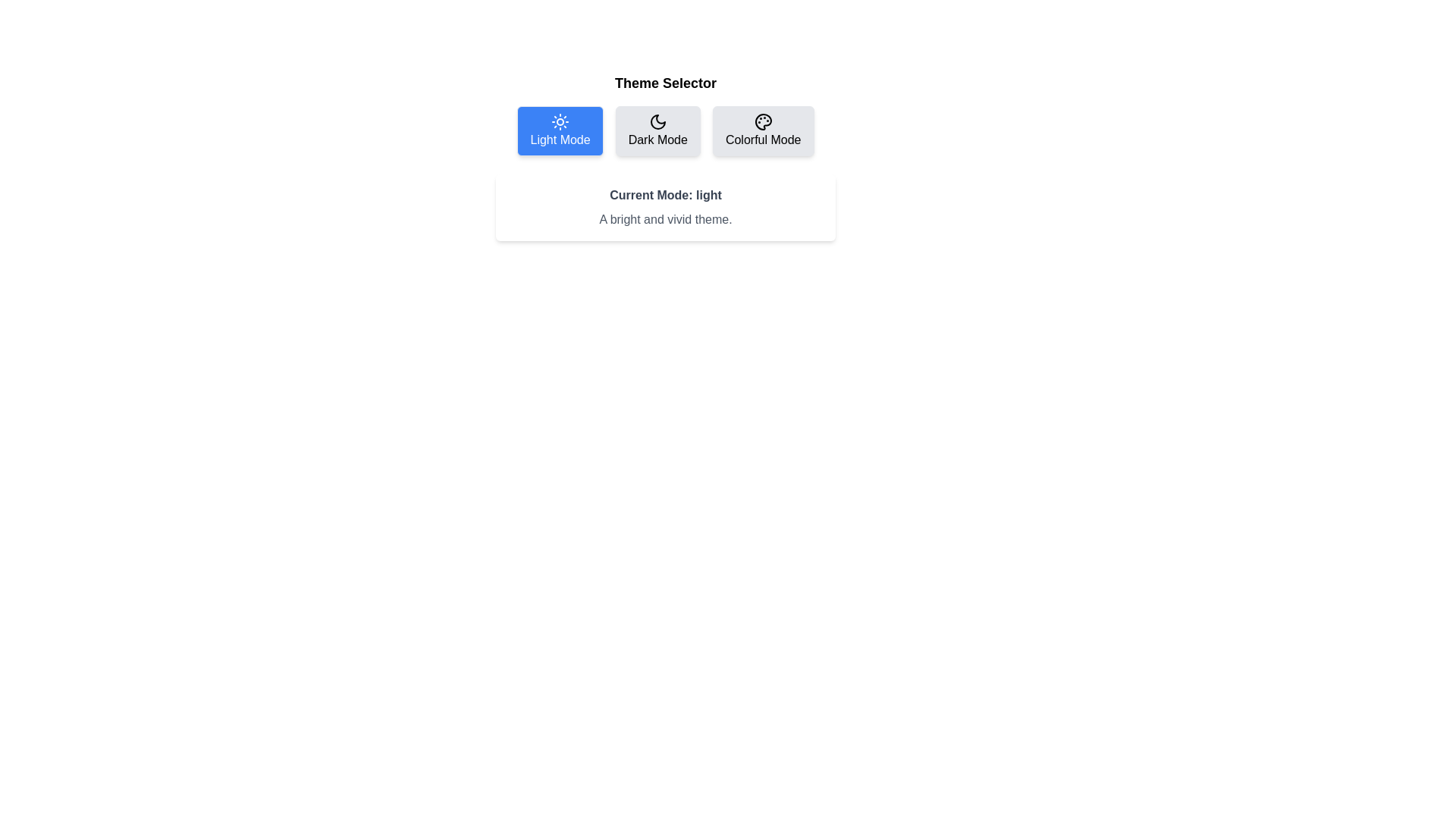 This screenshot has width=1456, height=819. Describe the element at coordinates (666, 219) in the screenshot. I see `the Text Label that provides information about the current theme mode, located below the 'Current Mode: light' label` at that location.